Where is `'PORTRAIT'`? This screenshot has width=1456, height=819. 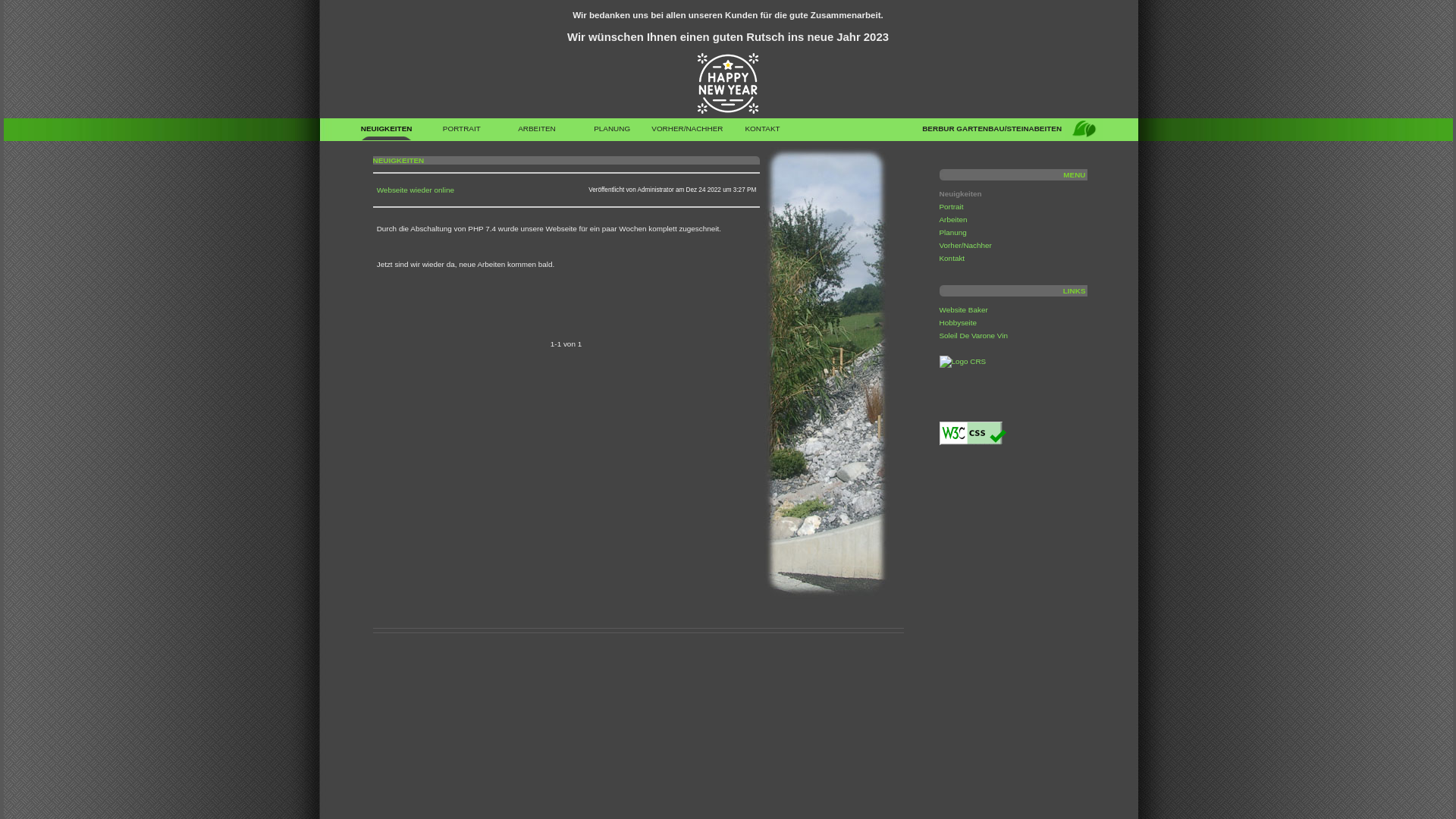
'PORTRAIT' is located at coordinates (460, 131).